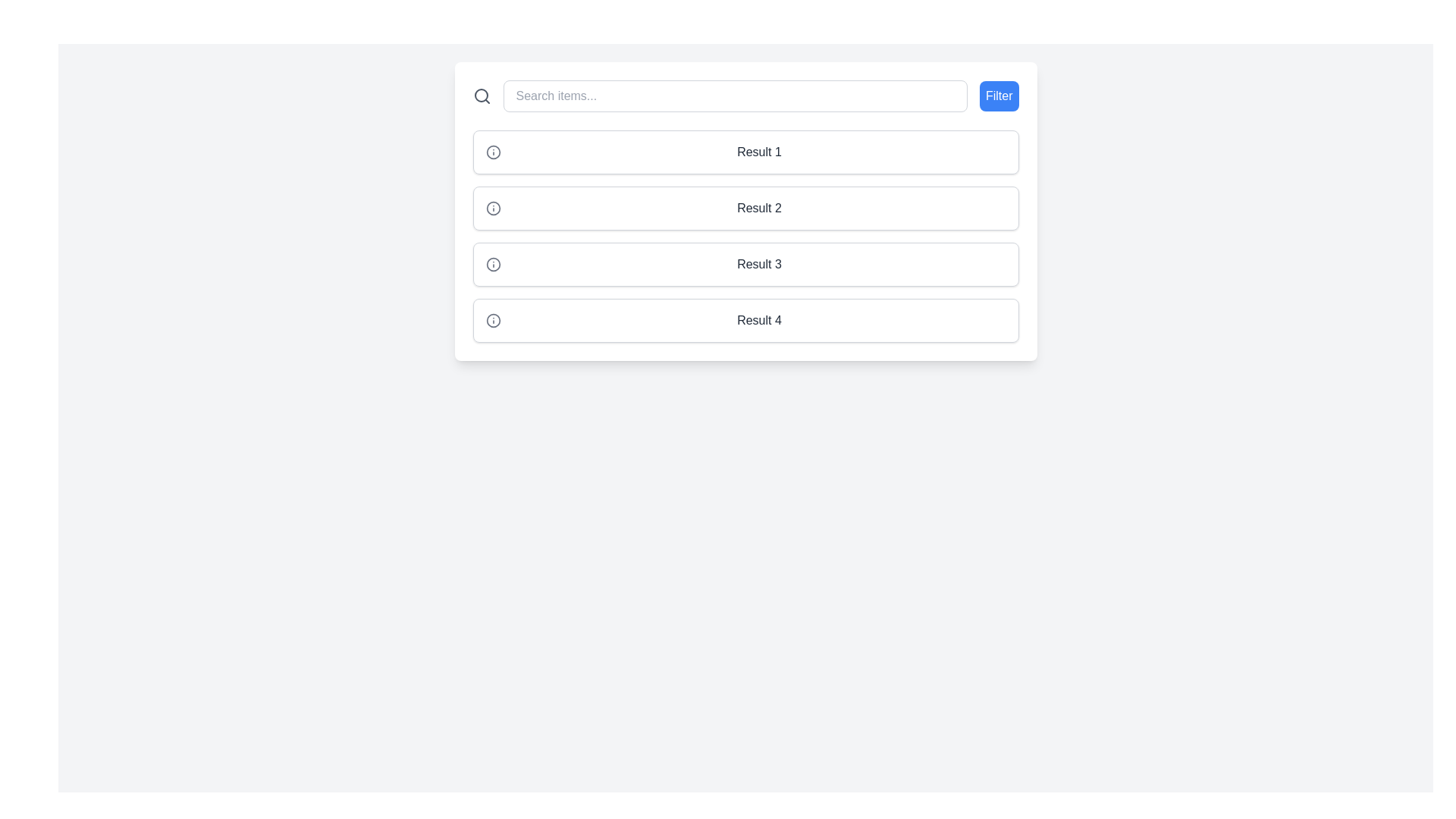 The image size is (1456, 819). I want to click on the circular information icon with a gray color located at the leftmost part of the 'Result 4' row, which is the fourth row in the list, so click(493, 320).